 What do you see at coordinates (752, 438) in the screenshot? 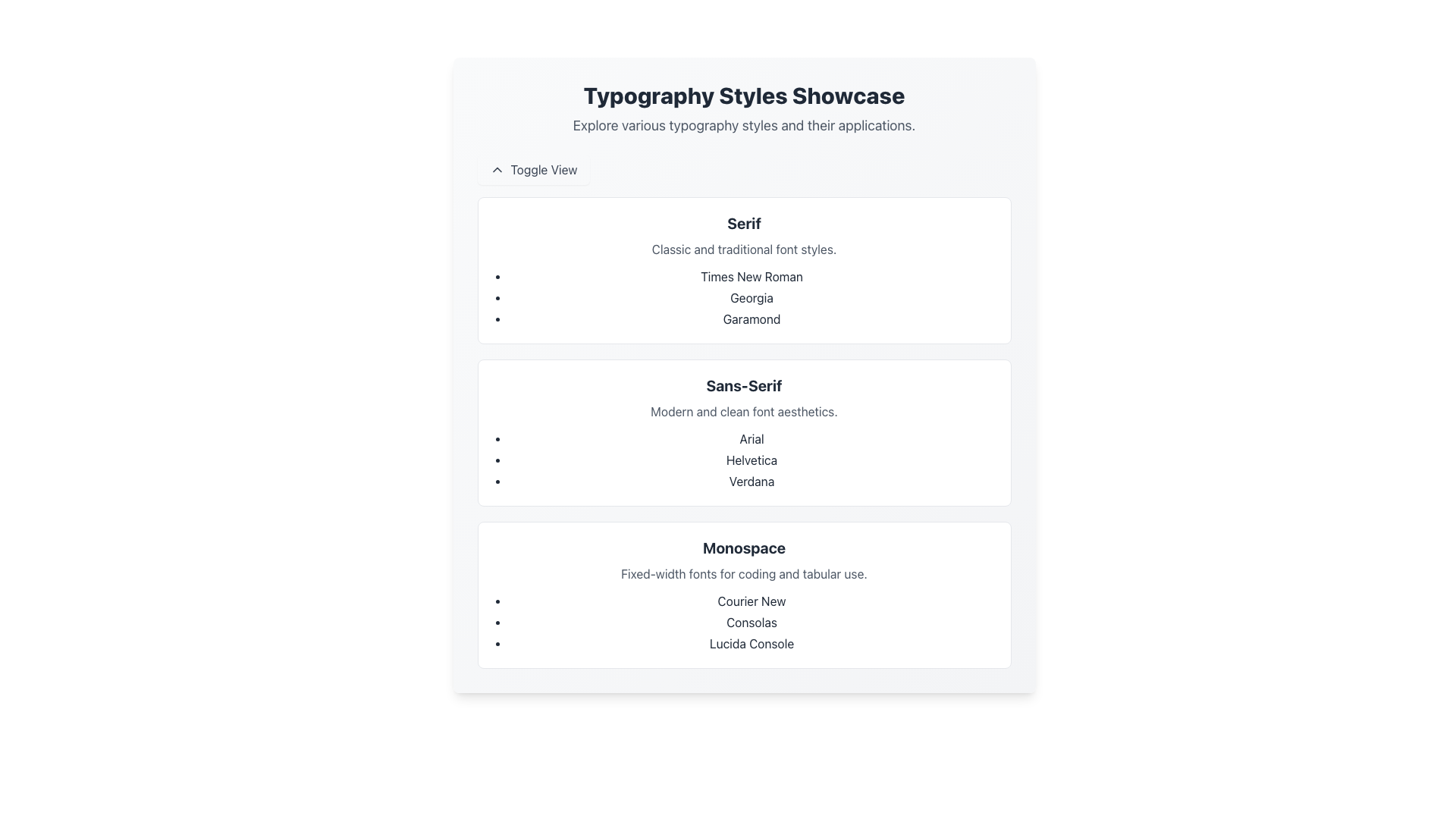
I see `text element that displays the word 'Arial', which is styled in gray color and located in the middle panel under the 'Sans-Serif' section, positioned above 'Helvetica' and 'Verdana'` at bounding box center [752, 438].